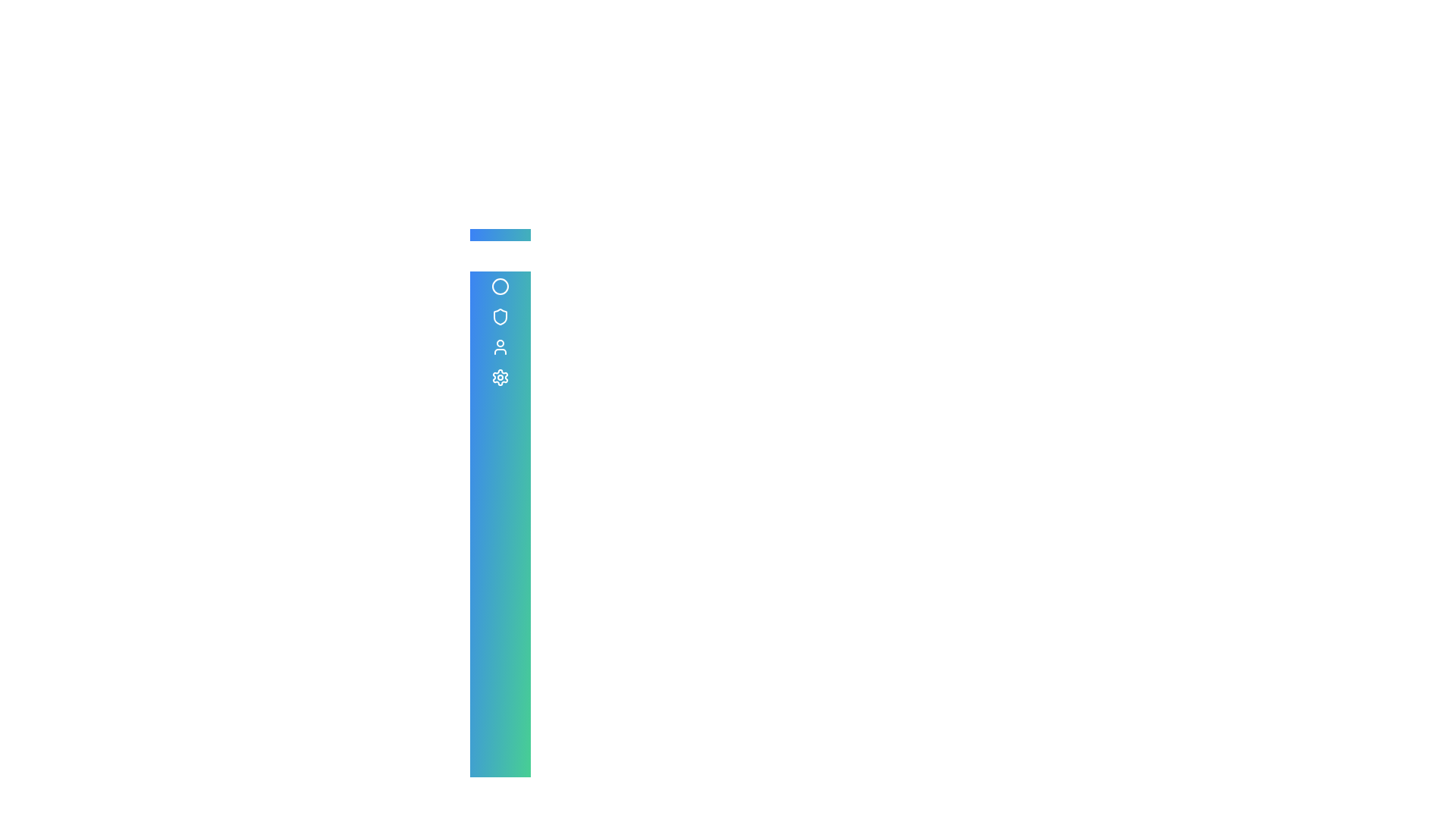 The image size is (1456, 819). I want to click on the first circular icon with a blue fill and white edge located in the vertical gradient-colored sidebar, so click(500, 287).